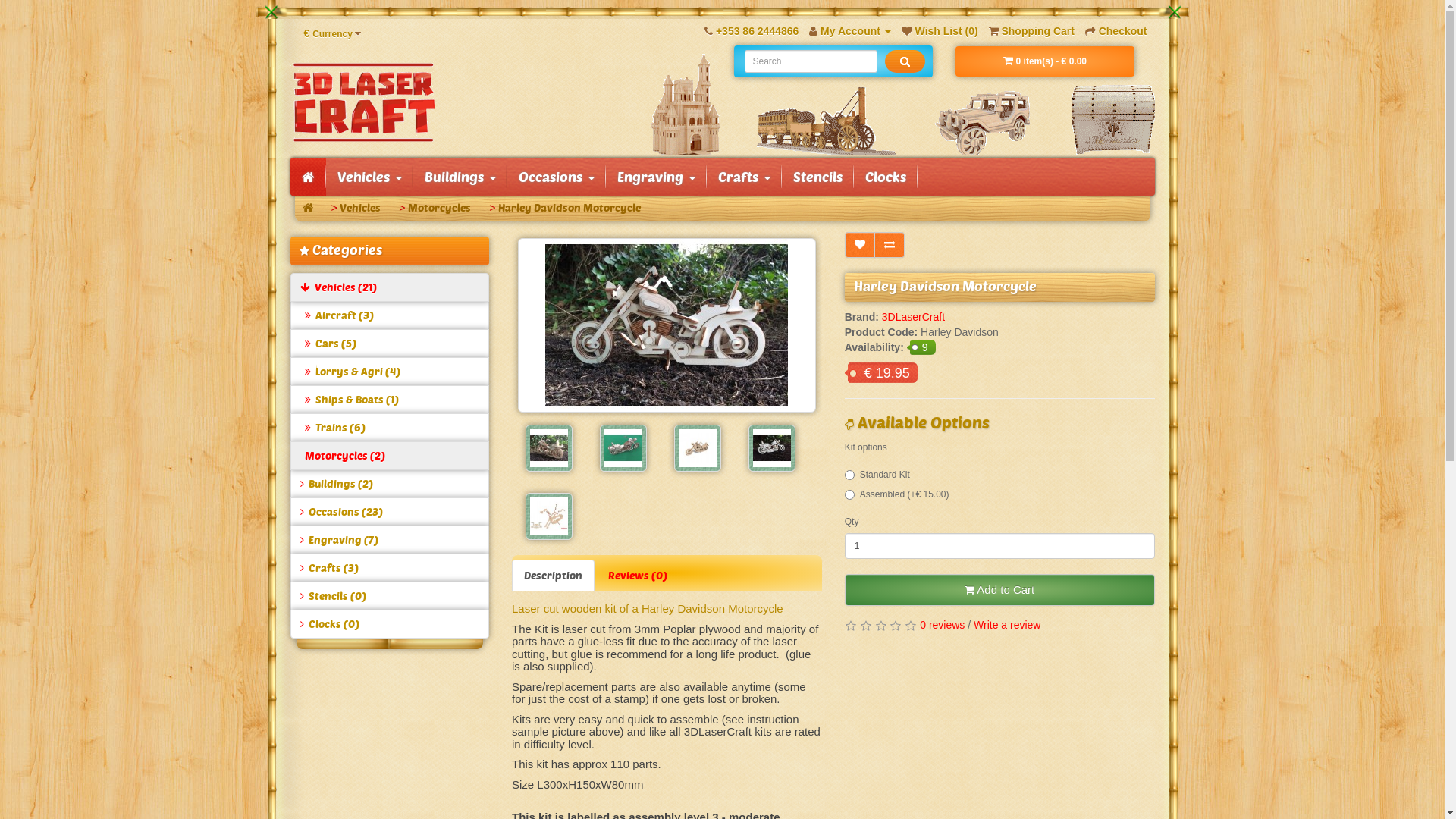  Describe the element at coordinates (389, 343) in the screenshot. I see `'    Cars (5)'` at that location.